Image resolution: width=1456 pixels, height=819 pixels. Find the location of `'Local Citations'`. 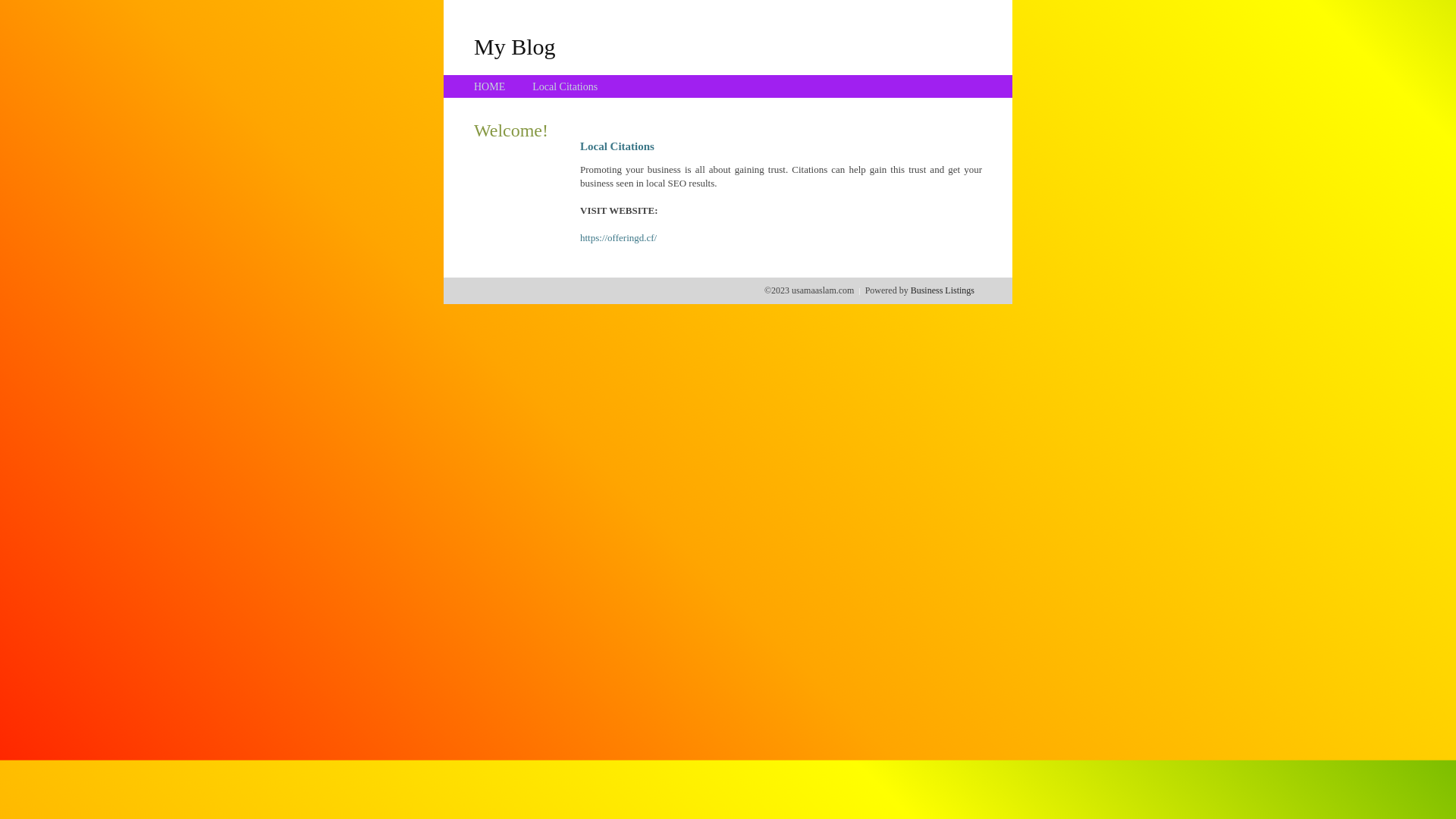

'Local Citations' is located at coordinates (563, 86).